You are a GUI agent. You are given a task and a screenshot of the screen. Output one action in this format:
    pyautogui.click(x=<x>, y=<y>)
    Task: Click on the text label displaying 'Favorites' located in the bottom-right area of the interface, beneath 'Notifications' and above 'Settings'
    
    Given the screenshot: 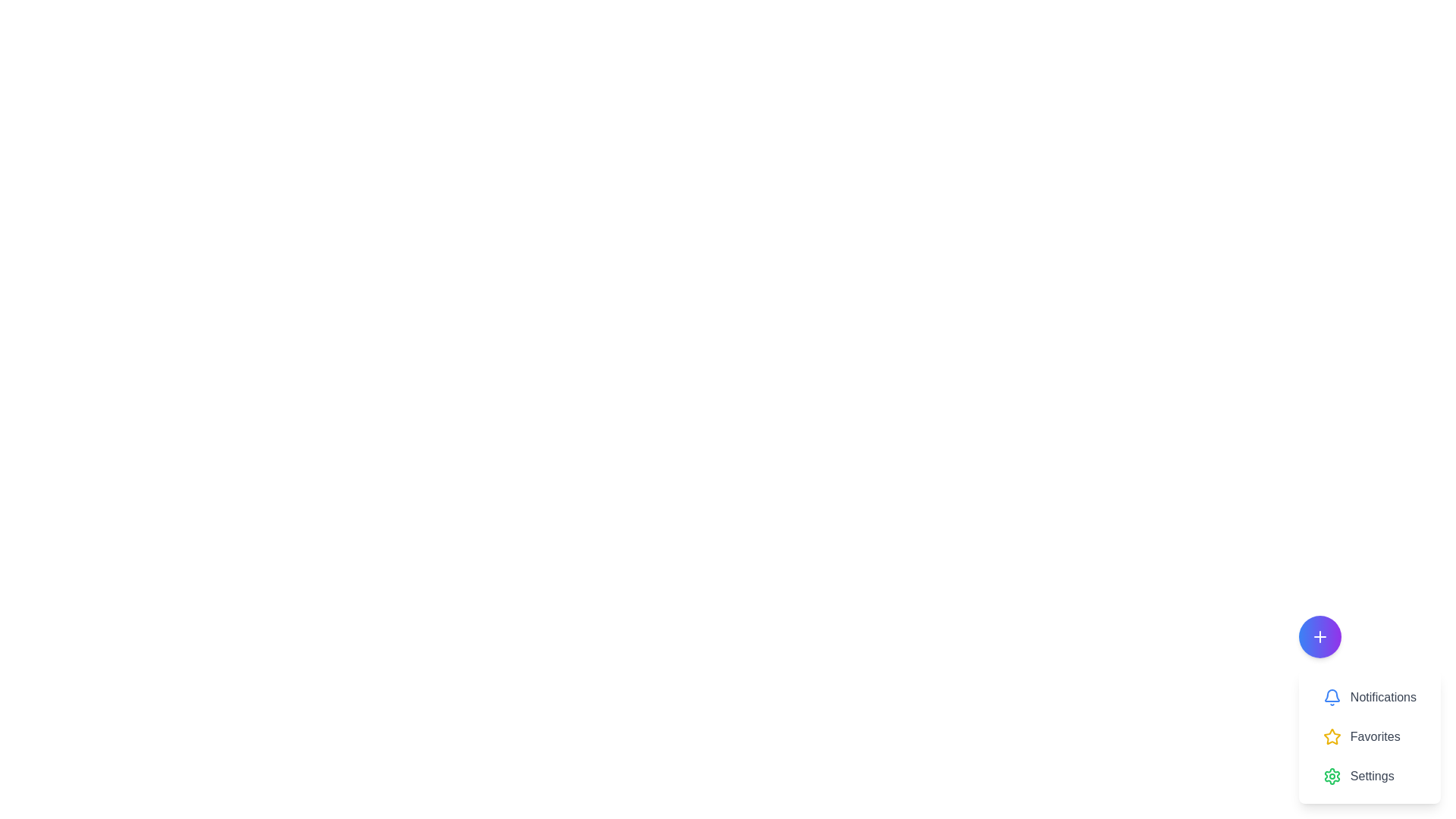 What is the action you would take?
    pyautogui.click(x=1375, y=736)
    